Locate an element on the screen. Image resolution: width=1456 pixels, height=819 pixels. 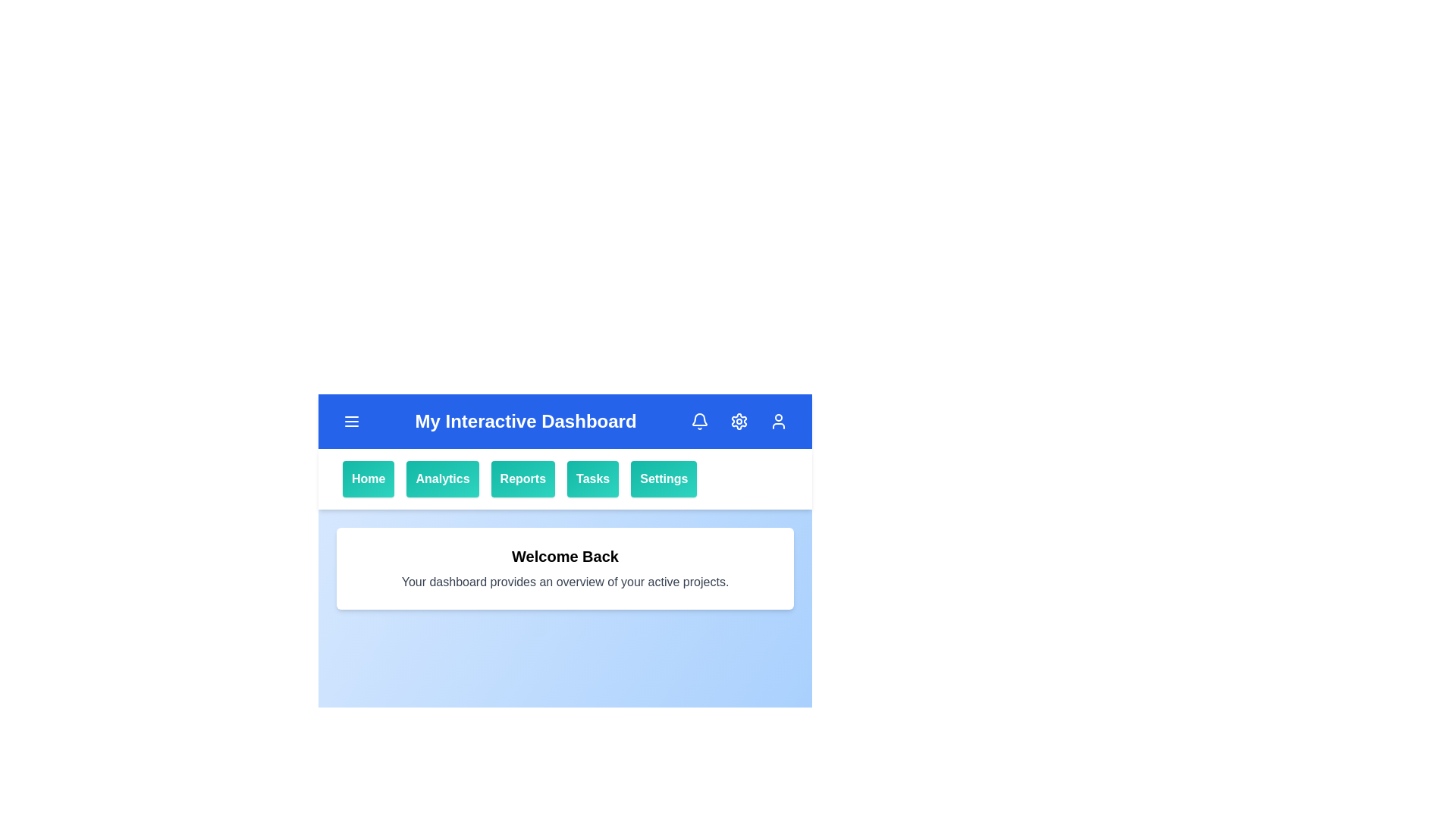
the user_icon to observe the hover effect is located at coordinates (779, 421).